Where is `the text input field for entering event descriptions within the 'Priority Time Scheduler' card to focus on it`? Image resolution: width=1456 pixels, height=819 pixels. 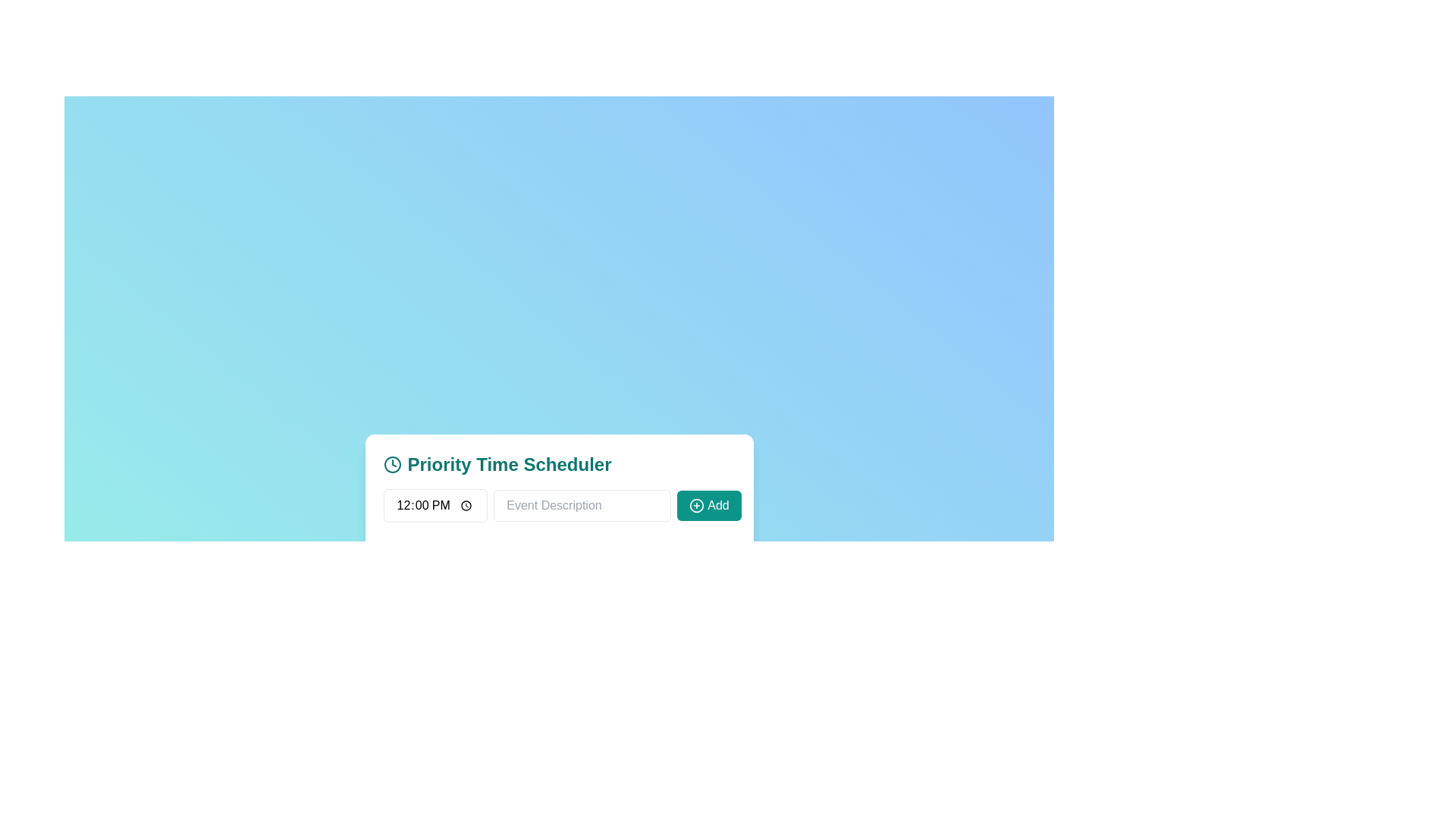
the text input field for entering event descriptions within the 'Priority Time Scheduler' card to focus on it is located at coordinates (558, 506).